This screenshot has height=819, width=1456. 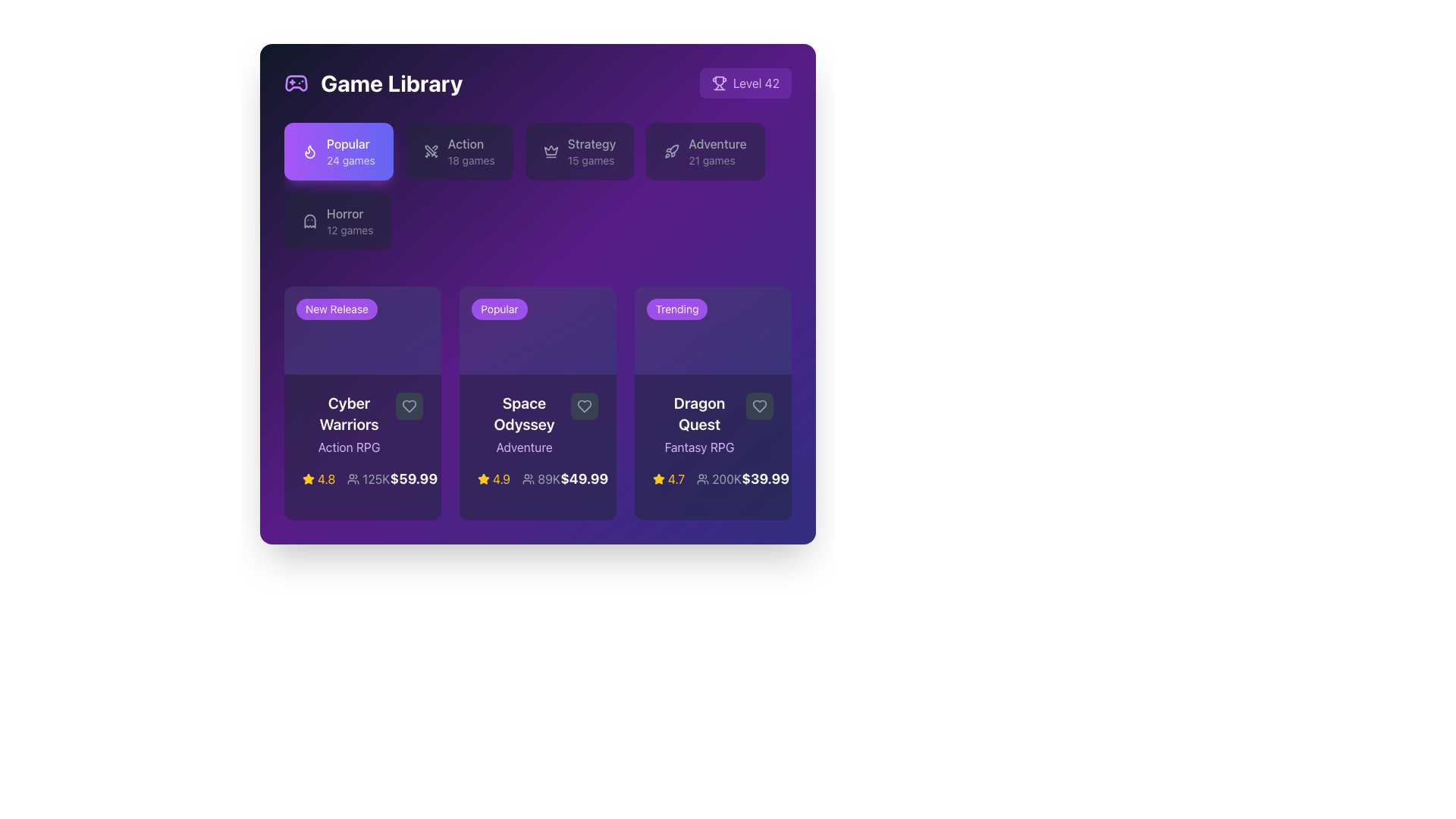 What do you see at coordinates (718, 83) in the screenshot?
I see `the trophy icon representing the achievement status, located to the left of the text 'Level 42' at the top right corner of the interface` at bounding box center [718, 83].